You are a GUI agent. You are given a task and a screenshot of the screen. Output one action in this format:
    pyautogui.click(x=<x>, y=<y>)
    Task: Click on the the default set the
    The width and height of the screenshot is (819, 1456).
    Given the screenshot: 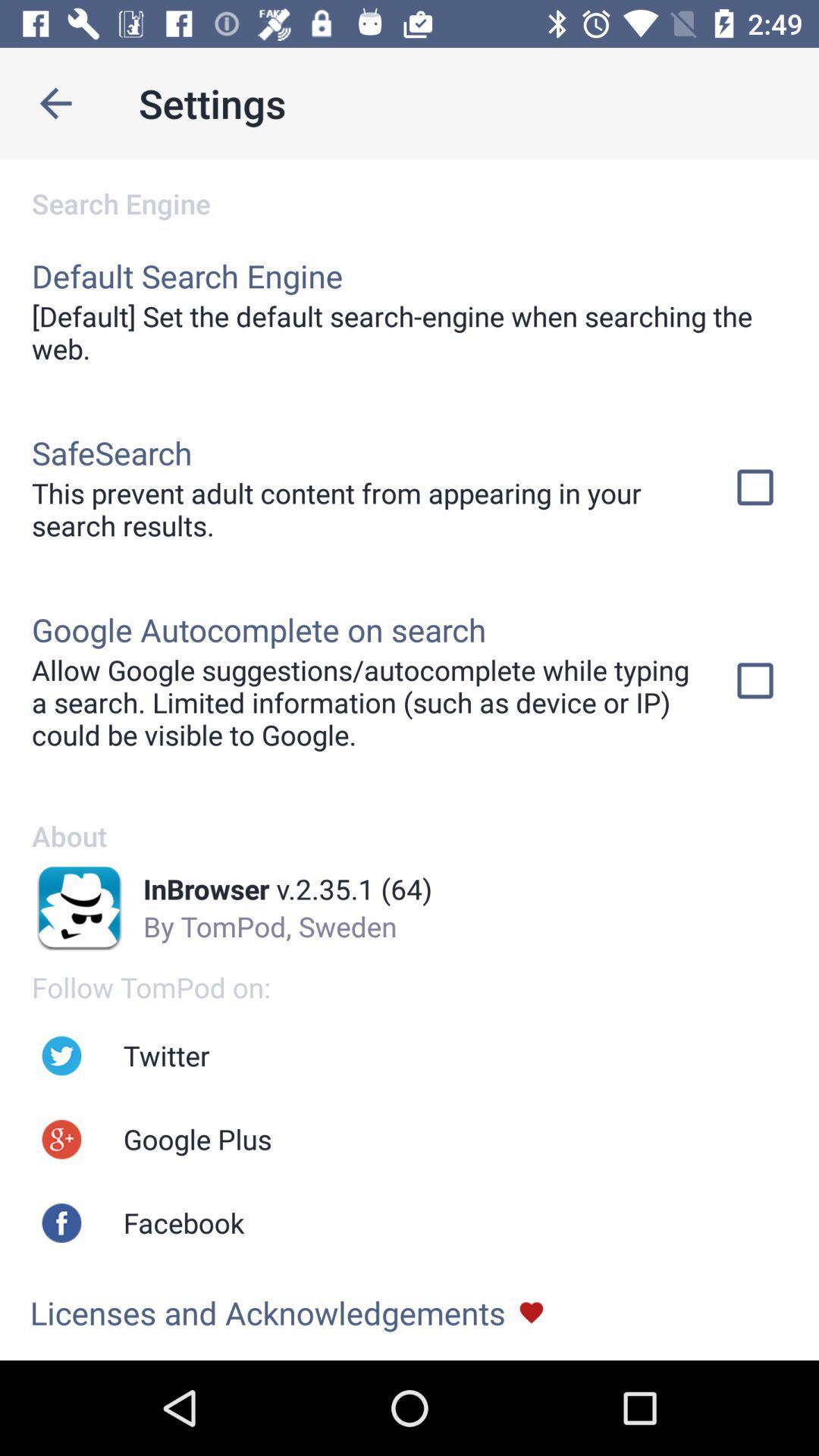 What is the action you would take?
    pyautogui.click(x=409, y=331)
    